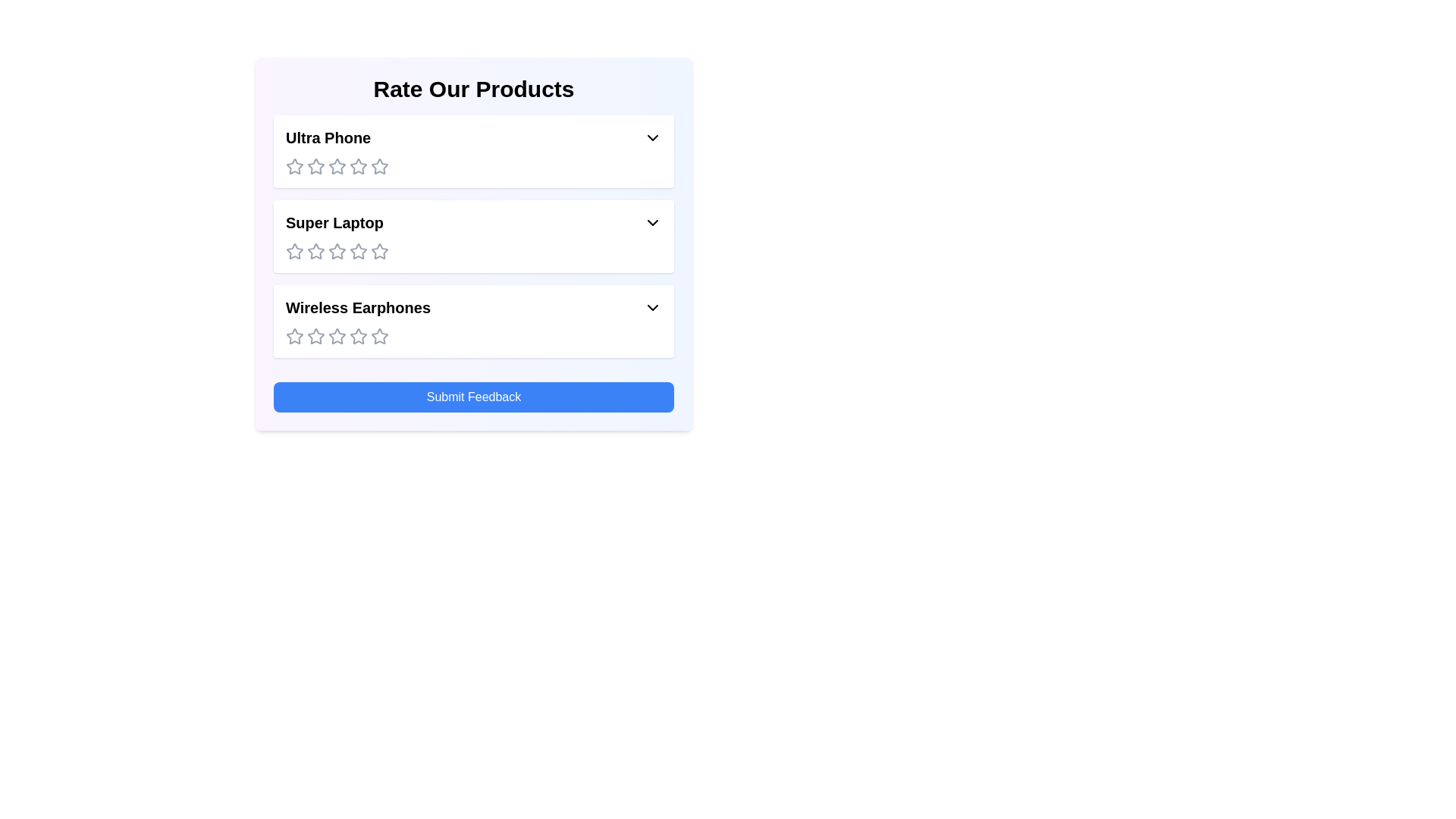  I want to click on the rating for the product 'Super Laptop' to 5 stars, so click(379, 250).